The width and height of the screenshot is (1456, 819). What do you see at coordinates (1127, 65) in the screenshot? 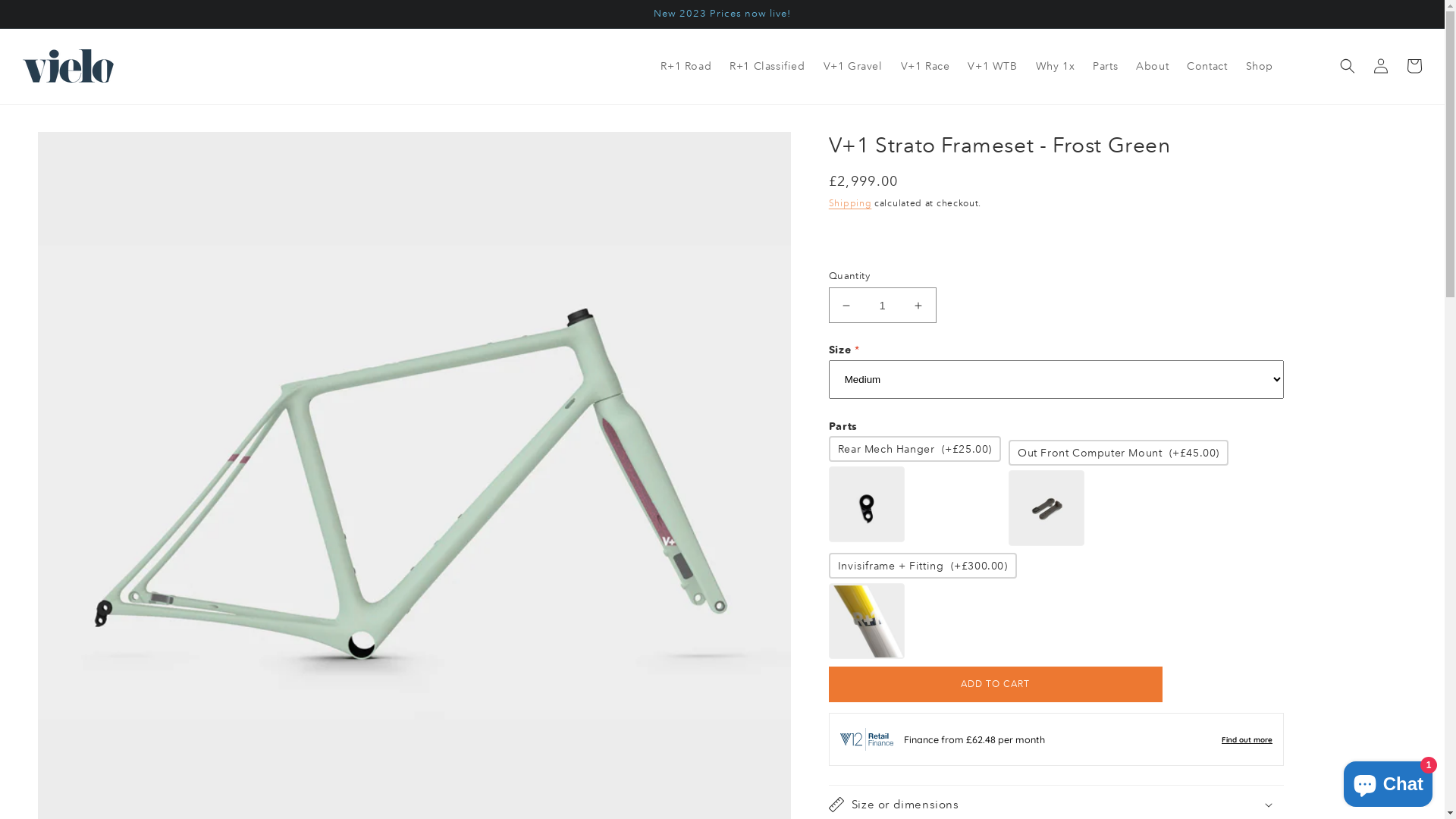
I see `'About'` at bounding box center [1127, 65].